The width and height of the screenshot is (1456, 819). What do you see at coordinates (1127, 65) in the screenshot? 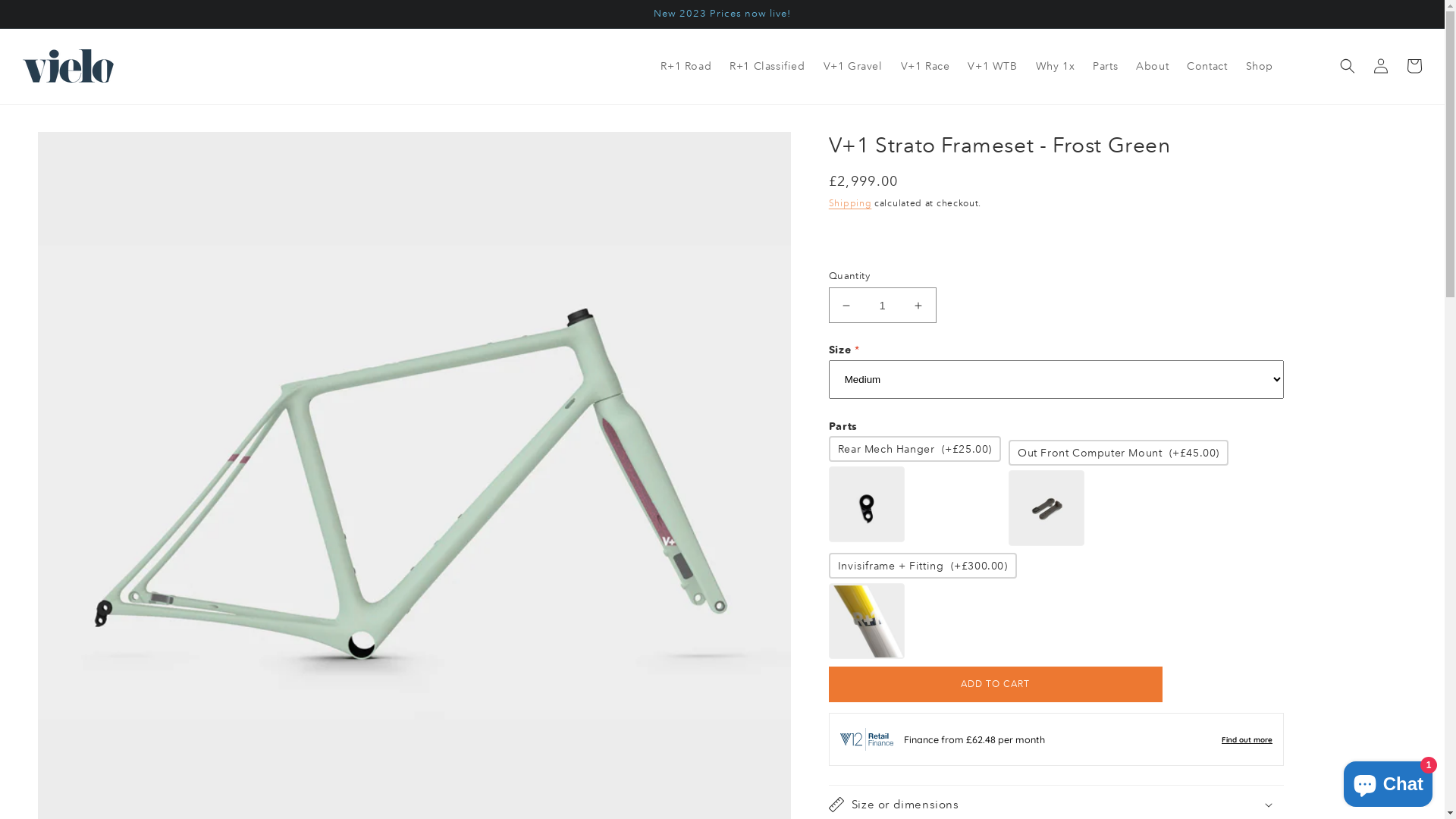
I see `'About'` at bounding box center [1127, 65].